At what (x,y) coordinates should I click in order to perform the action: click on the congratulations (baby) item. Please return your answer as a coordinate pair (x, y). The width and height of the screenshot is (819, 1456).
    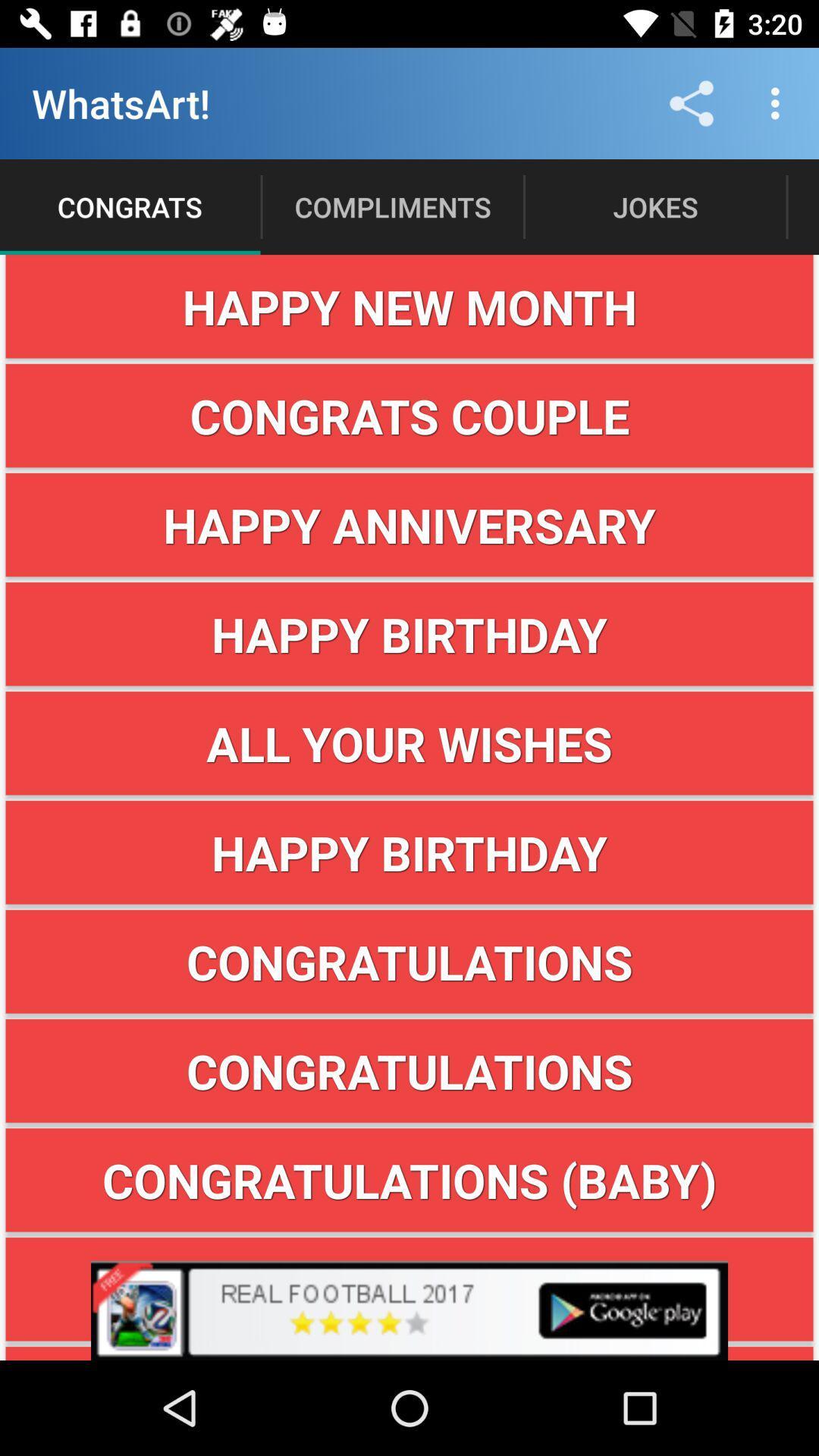
    Looking at the image, I should click on (409, 1179).